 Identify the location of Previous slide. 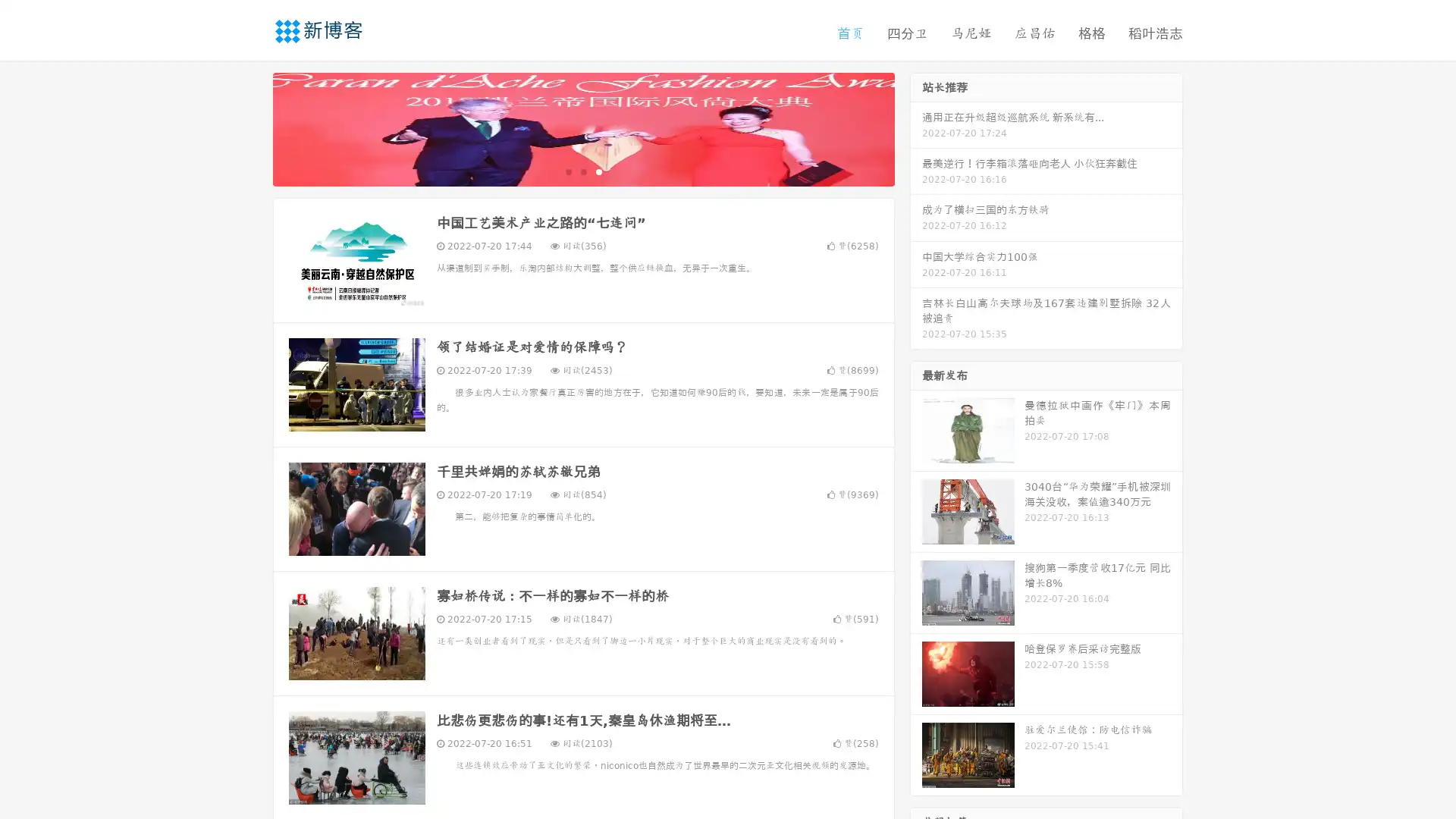
(250, 127).